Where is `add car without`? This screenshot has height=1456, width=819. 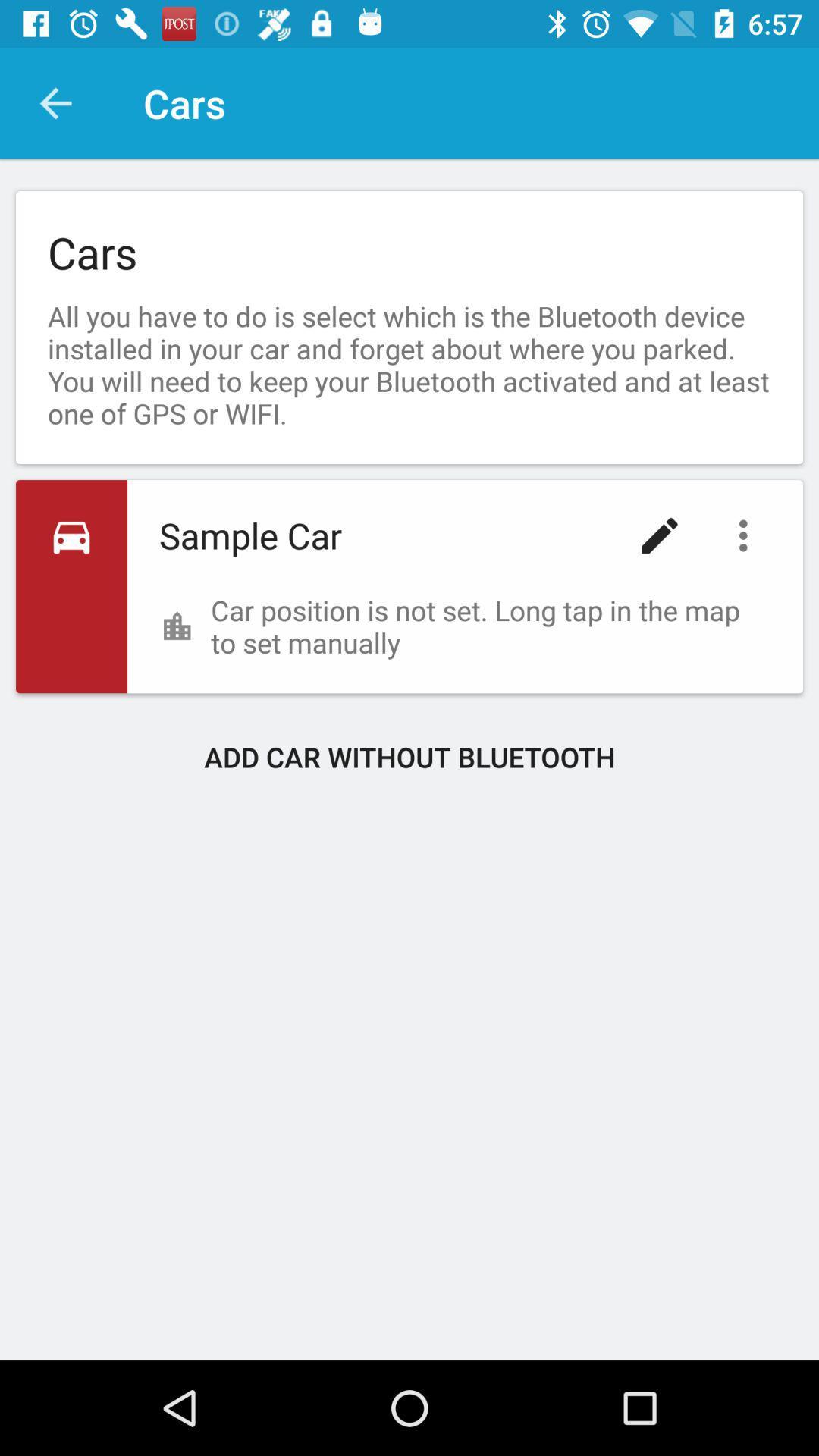
add car without is located at coordinates (409, 757).